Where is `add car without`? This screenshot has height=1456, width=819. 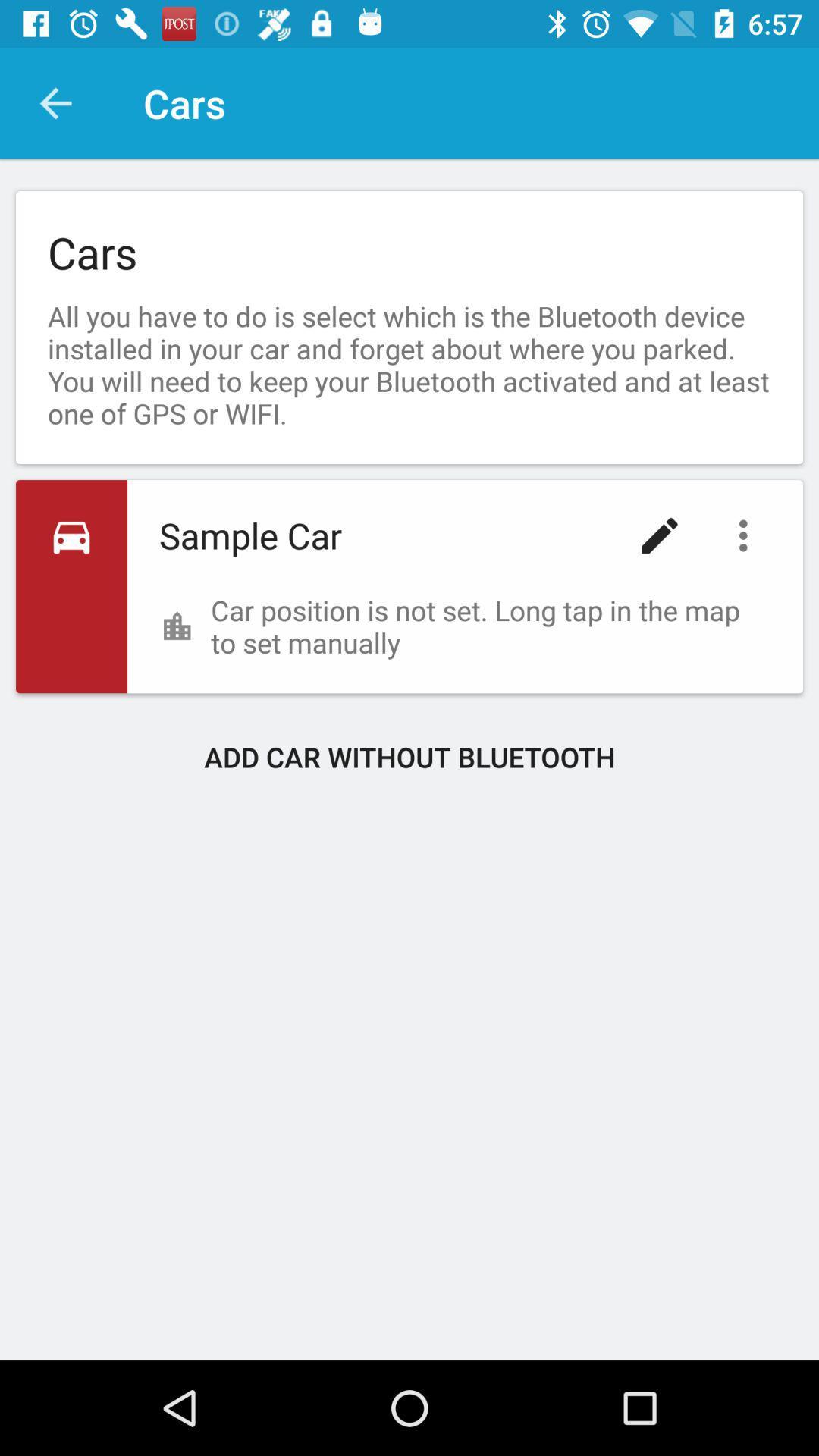
add car without is located at coordinates (409, 757).